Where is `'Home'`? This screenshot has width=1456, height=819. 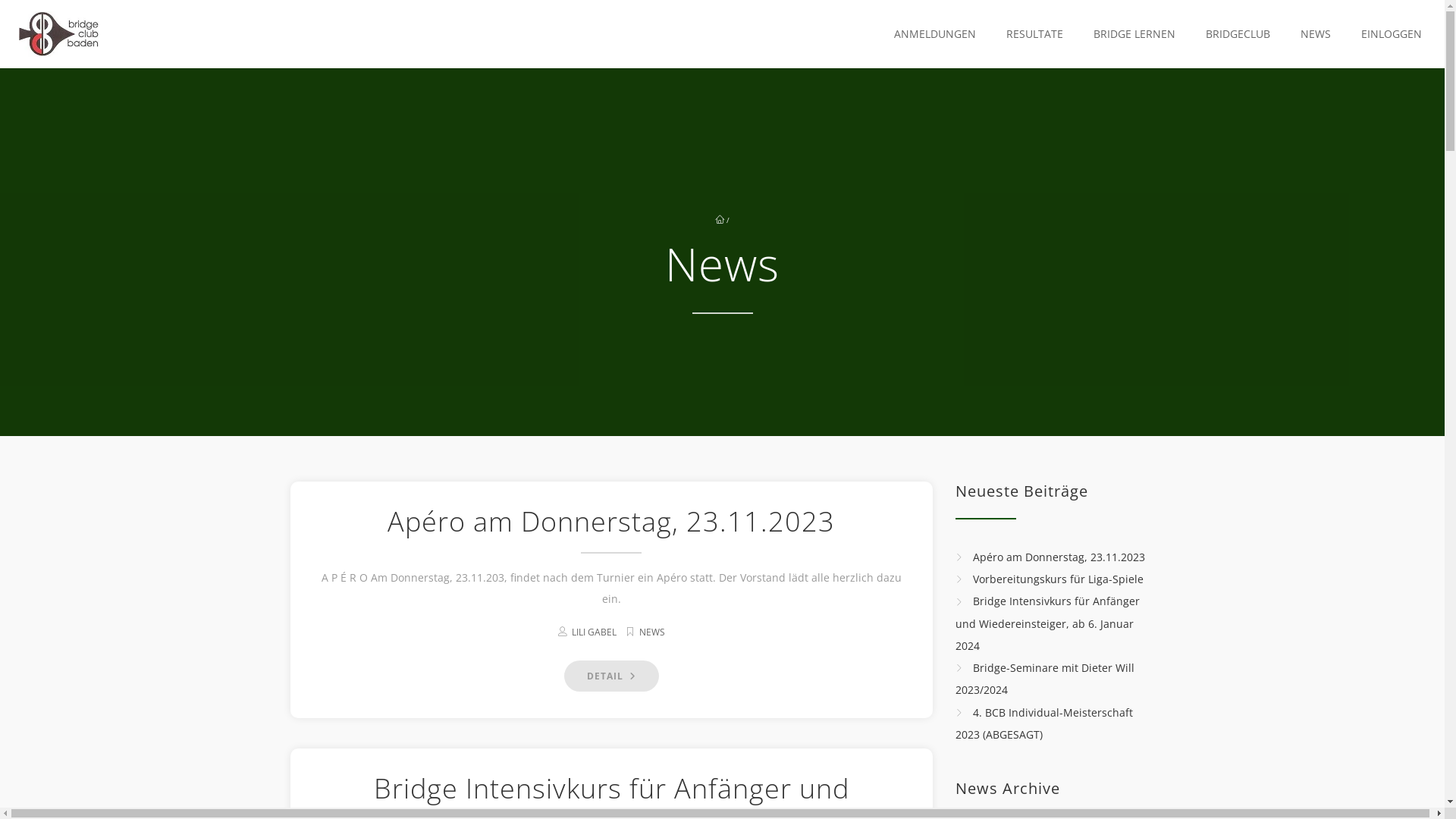
'Home' is located at coordinates (58, 34).